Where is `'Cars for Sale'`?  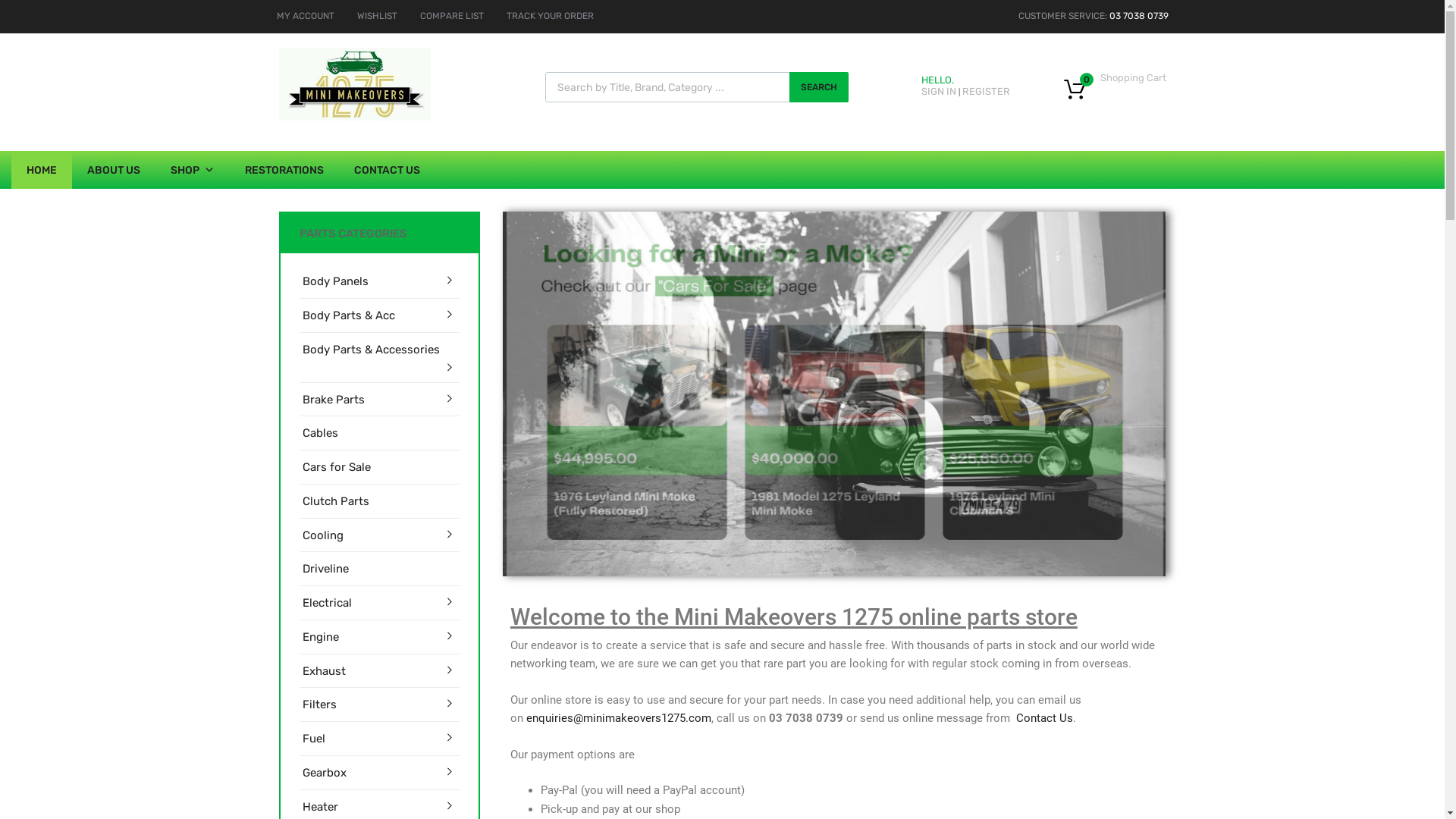 'Cars for Sale' is located at coordinates (334, 466).